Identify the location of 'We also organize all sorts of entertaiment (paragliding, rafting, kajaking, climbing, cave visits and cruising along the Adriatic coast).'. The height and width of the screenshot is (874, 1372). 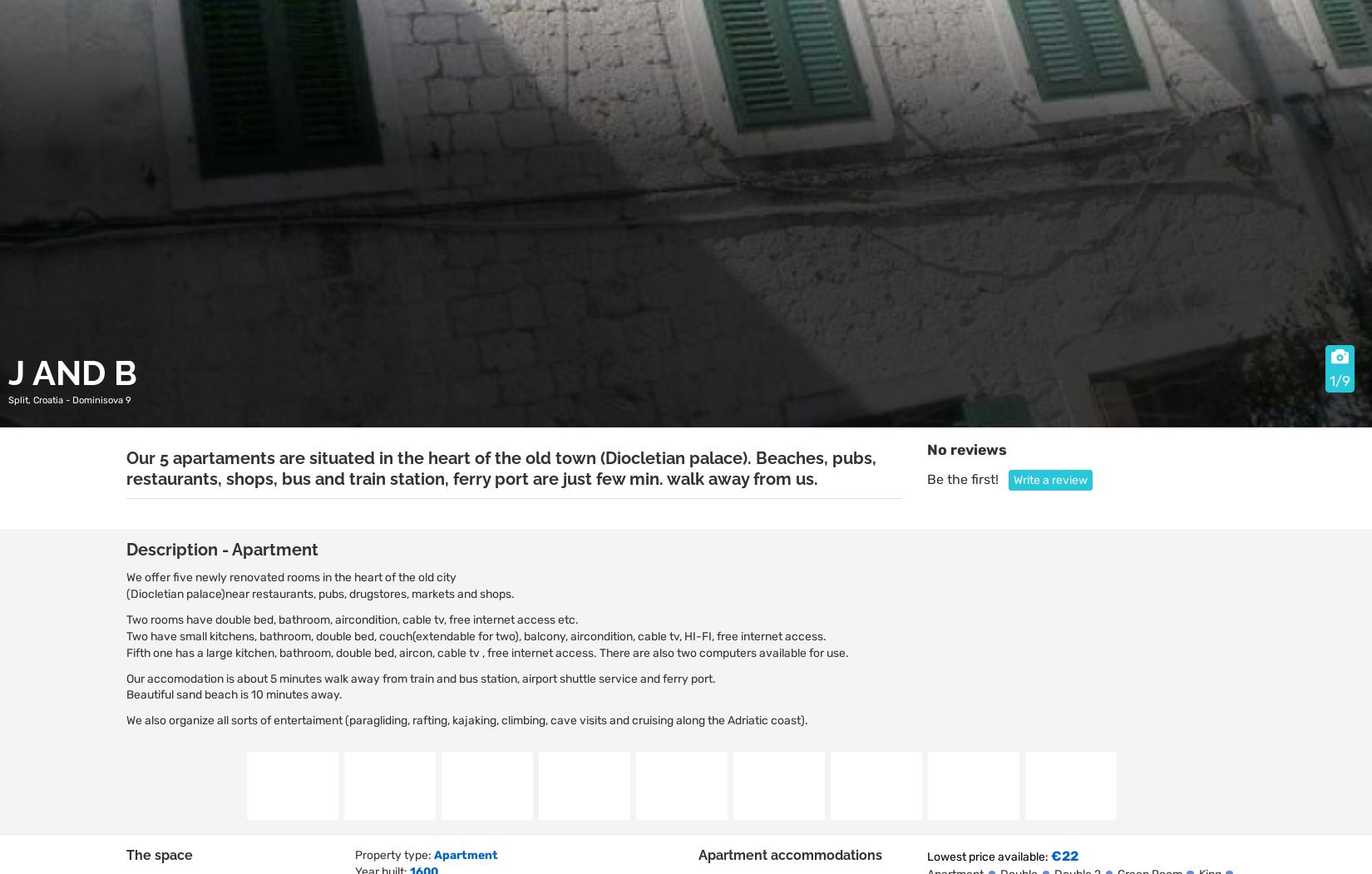
(466, 719).